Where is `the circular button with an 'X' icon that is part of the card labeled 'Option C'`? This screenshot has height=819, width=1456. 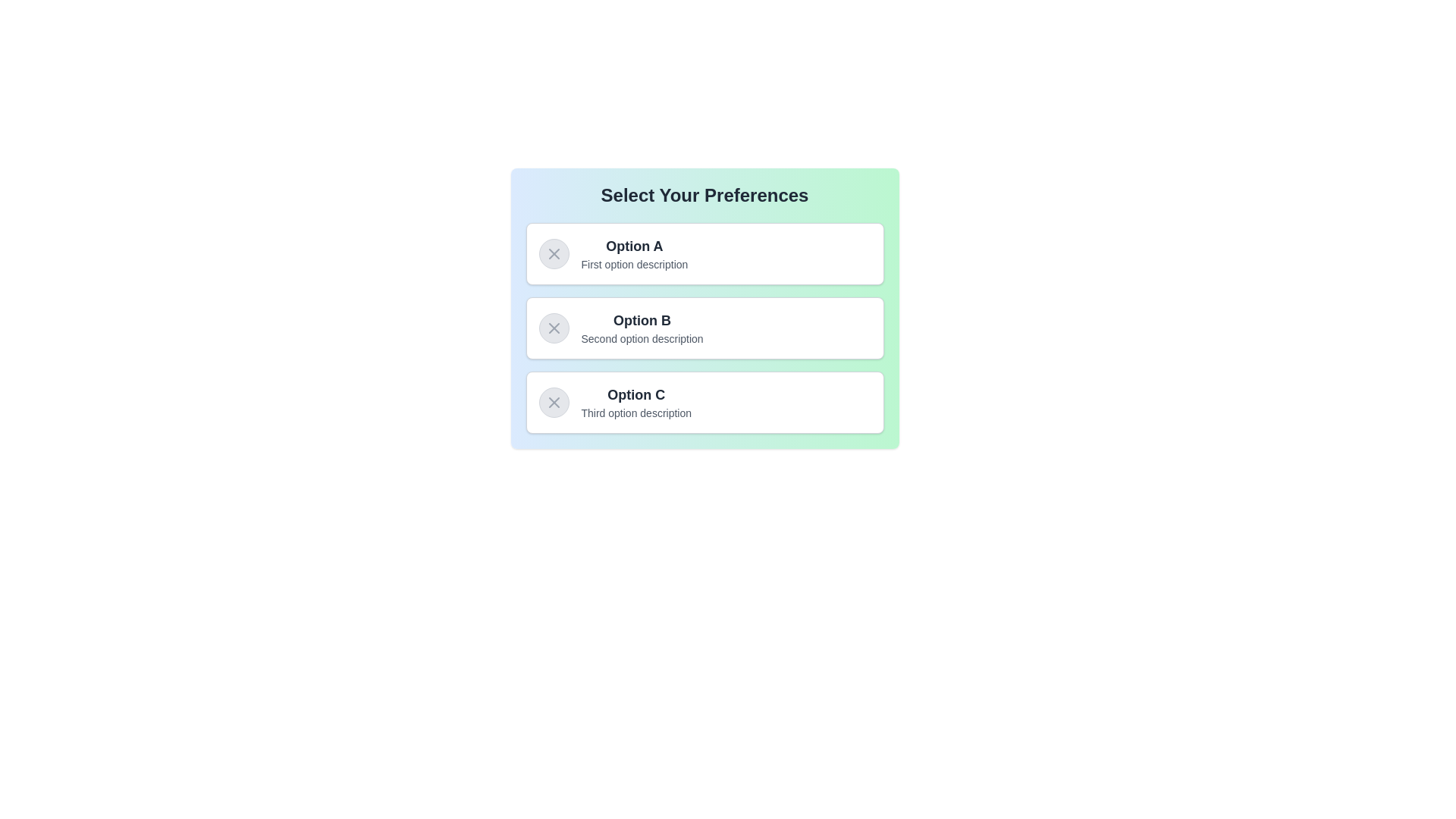 the circular button with an 'X' icon that is part of the card labeled 'Option C' is located at coordinates (553, 402).